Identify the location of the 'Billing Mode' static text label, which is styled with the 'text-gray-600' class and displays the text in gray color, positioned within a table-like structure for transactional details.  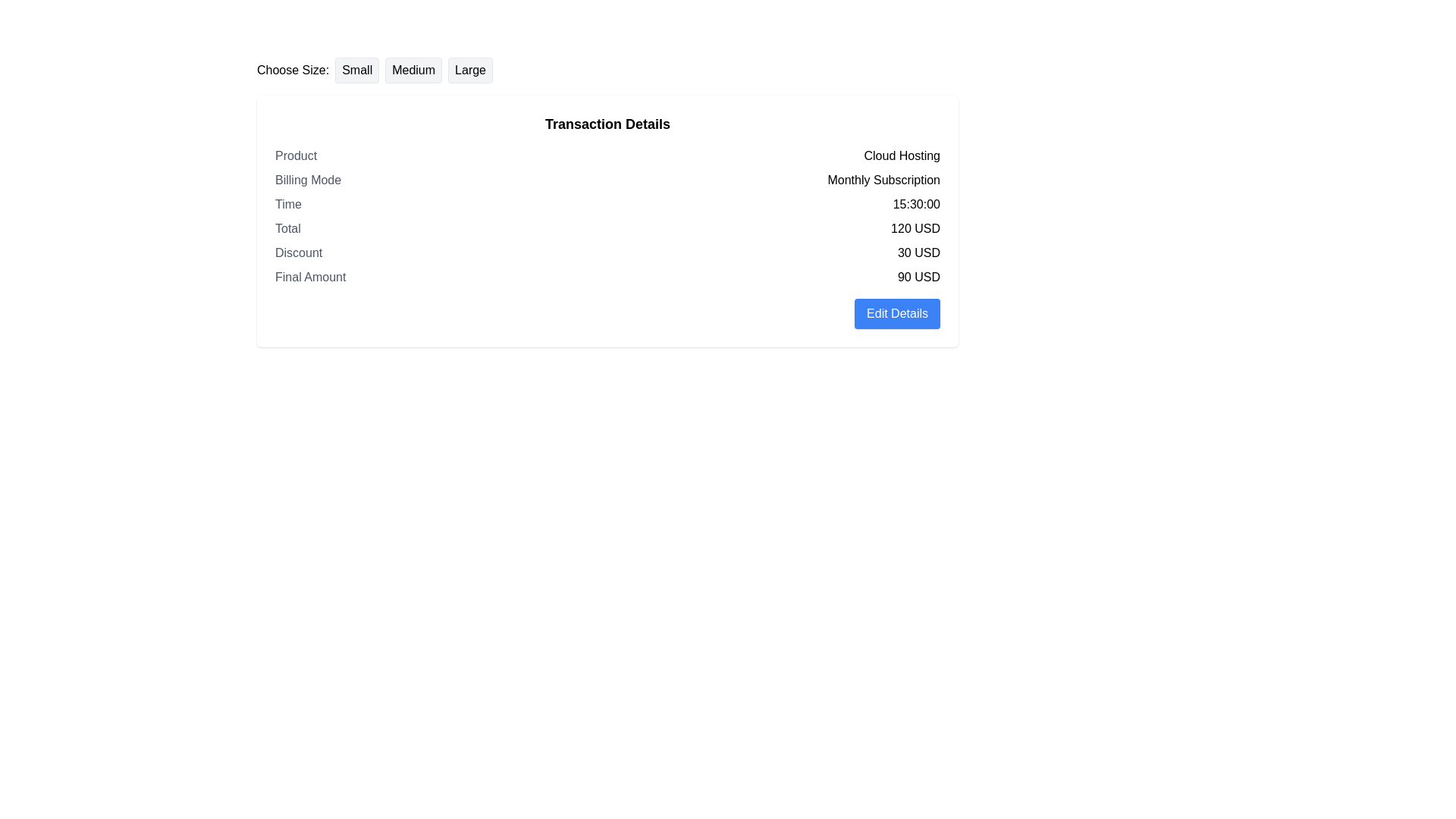
(307, 180).